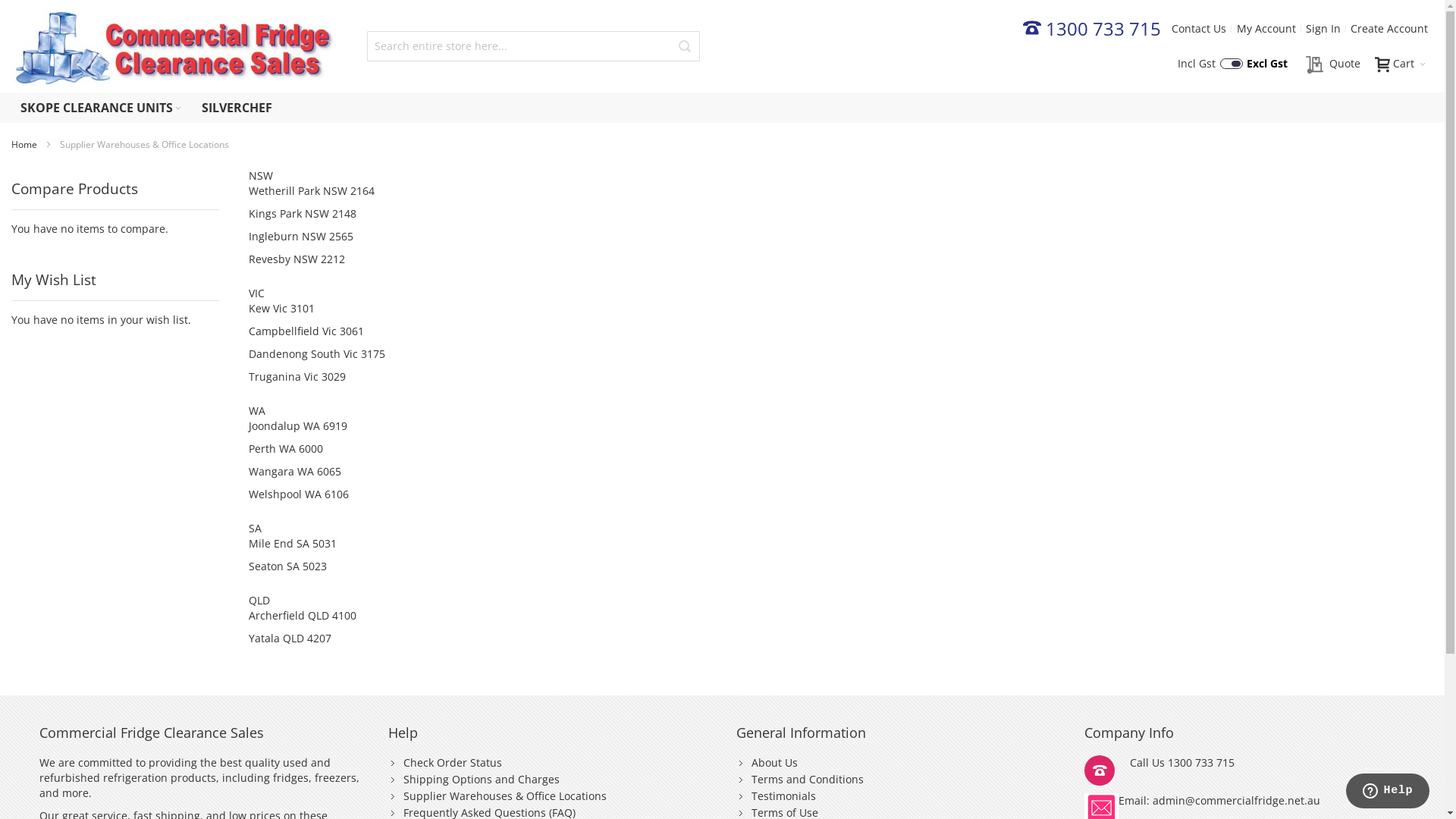 The height and width of the screenshot is (819, 1456). What do you see at coordinates (1332, 64) in the screenshot?
I see `'Quote'` at bounding box center [1332, 64].